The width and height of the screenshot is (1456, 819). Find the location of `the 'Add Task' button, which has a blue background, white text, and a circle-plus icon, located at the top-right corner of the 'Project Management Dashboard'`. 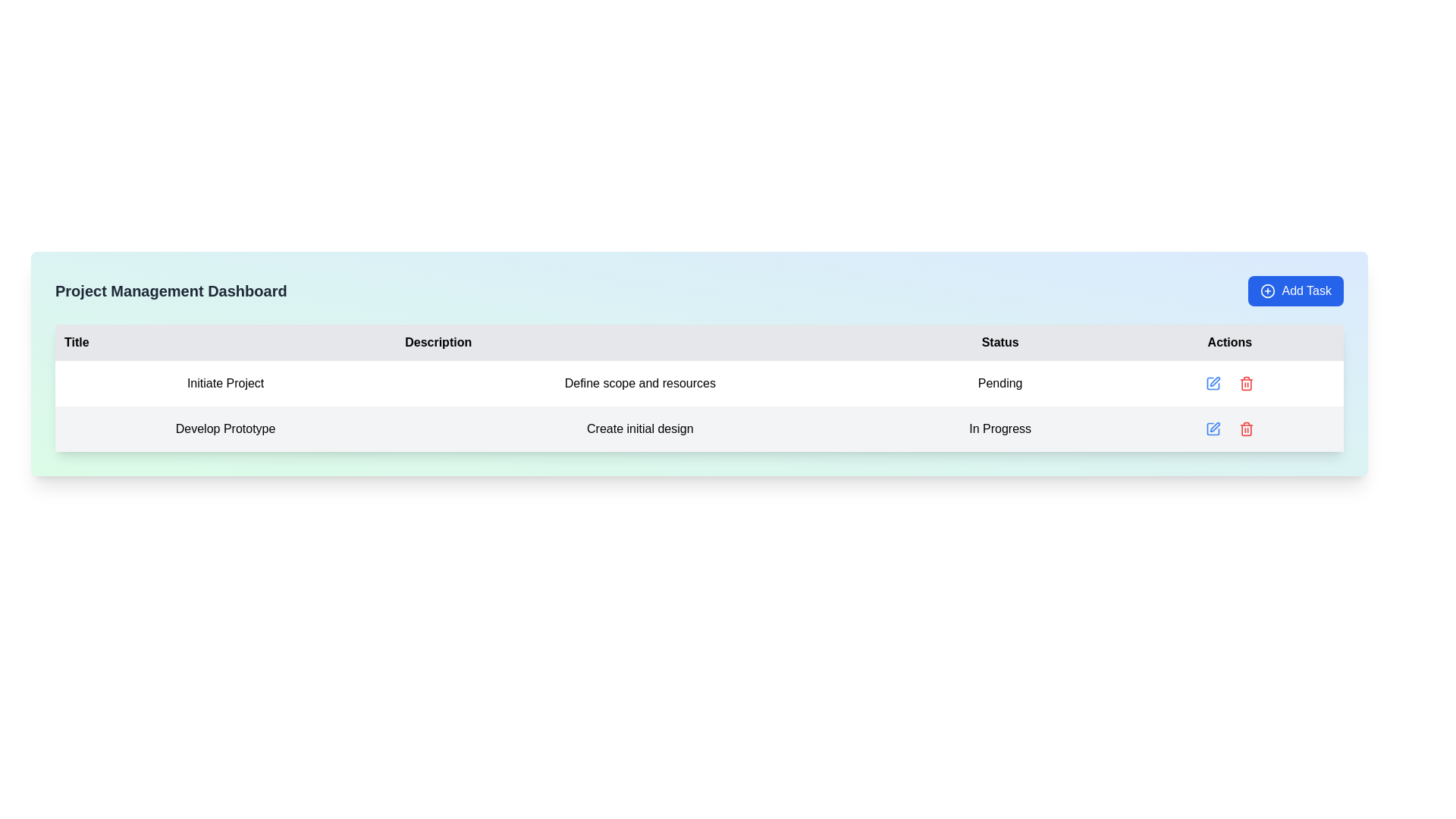

the 'Add Task' button, which has a blue background, white text, and a circle-plus icon, located at the top-right corner of the 'Project Management Dashboard' is located at coordinates (1295, 291).